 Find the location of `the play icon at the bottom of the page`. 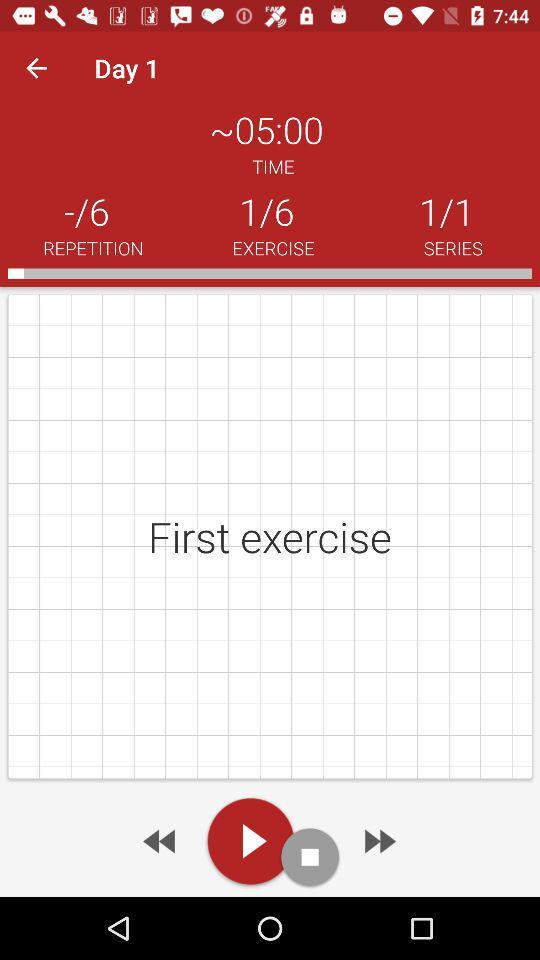

the play icon at the bottom of the page is located at coordinates (250, 840).